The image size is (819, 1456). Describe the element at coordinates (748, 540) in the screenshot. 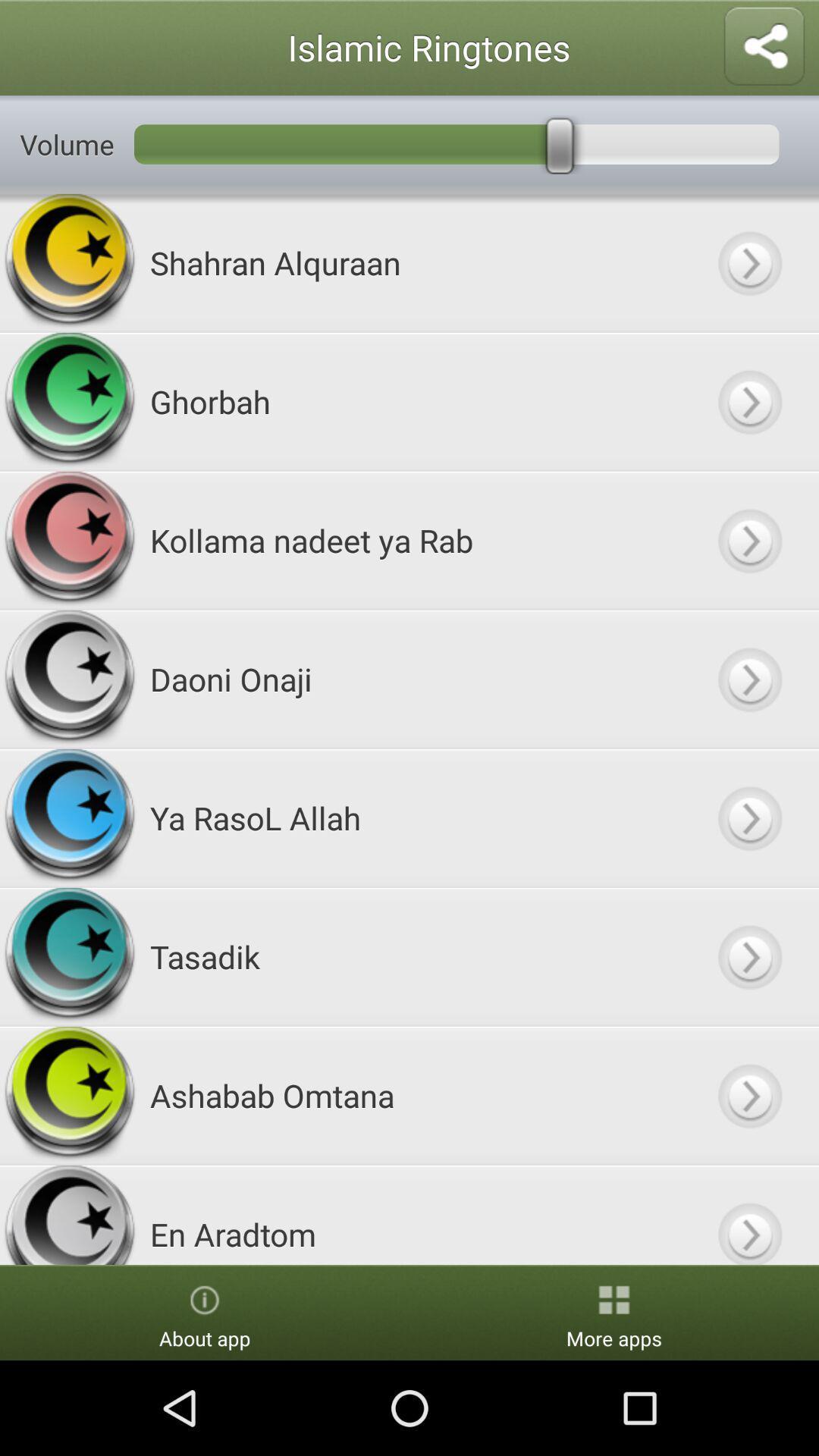

I see `kollama nadeet ya rab` at that location.